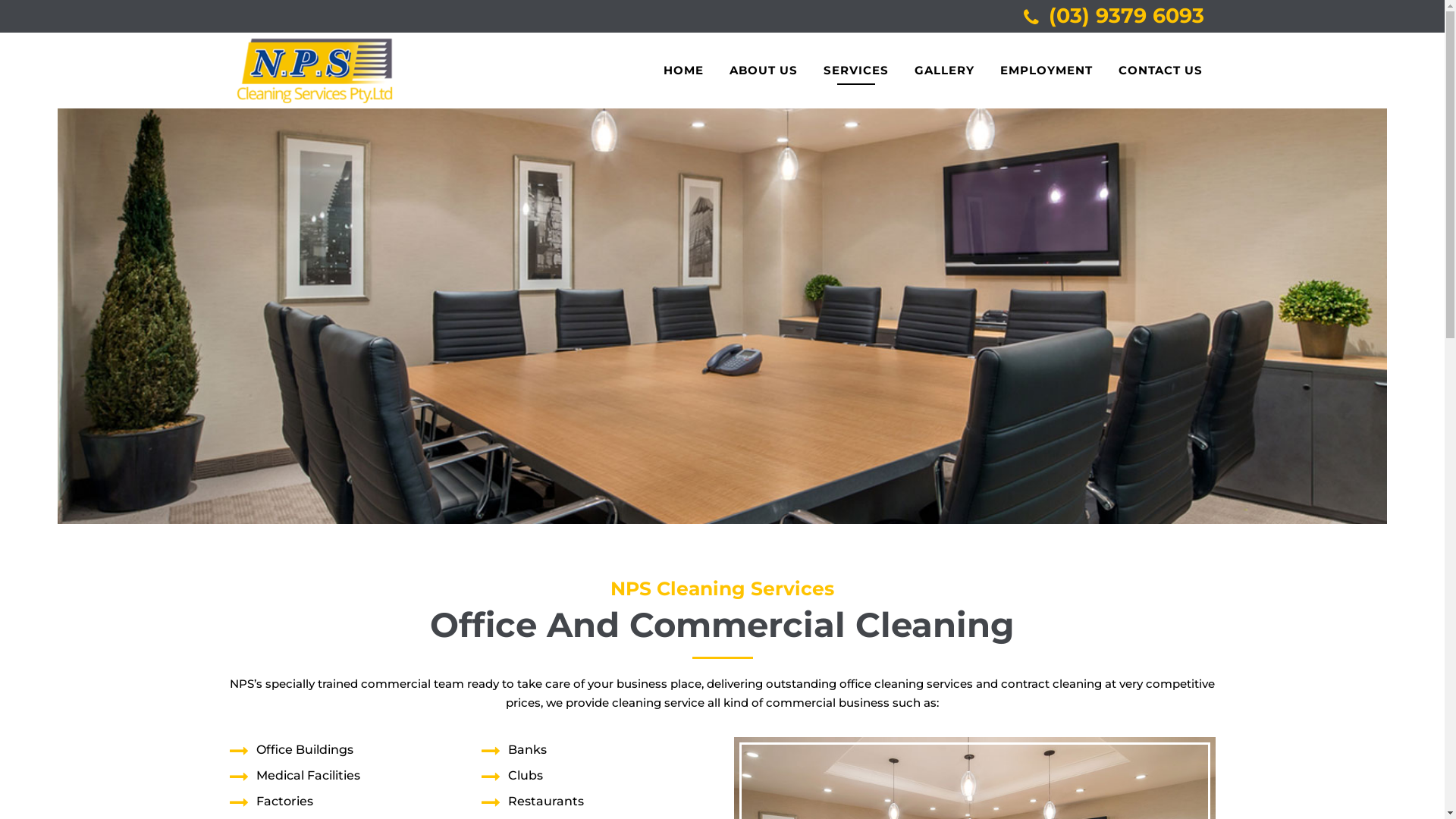 The width and height of the screenshot is (1456, 819). I want to click on 'HOME', so click(682, 70).